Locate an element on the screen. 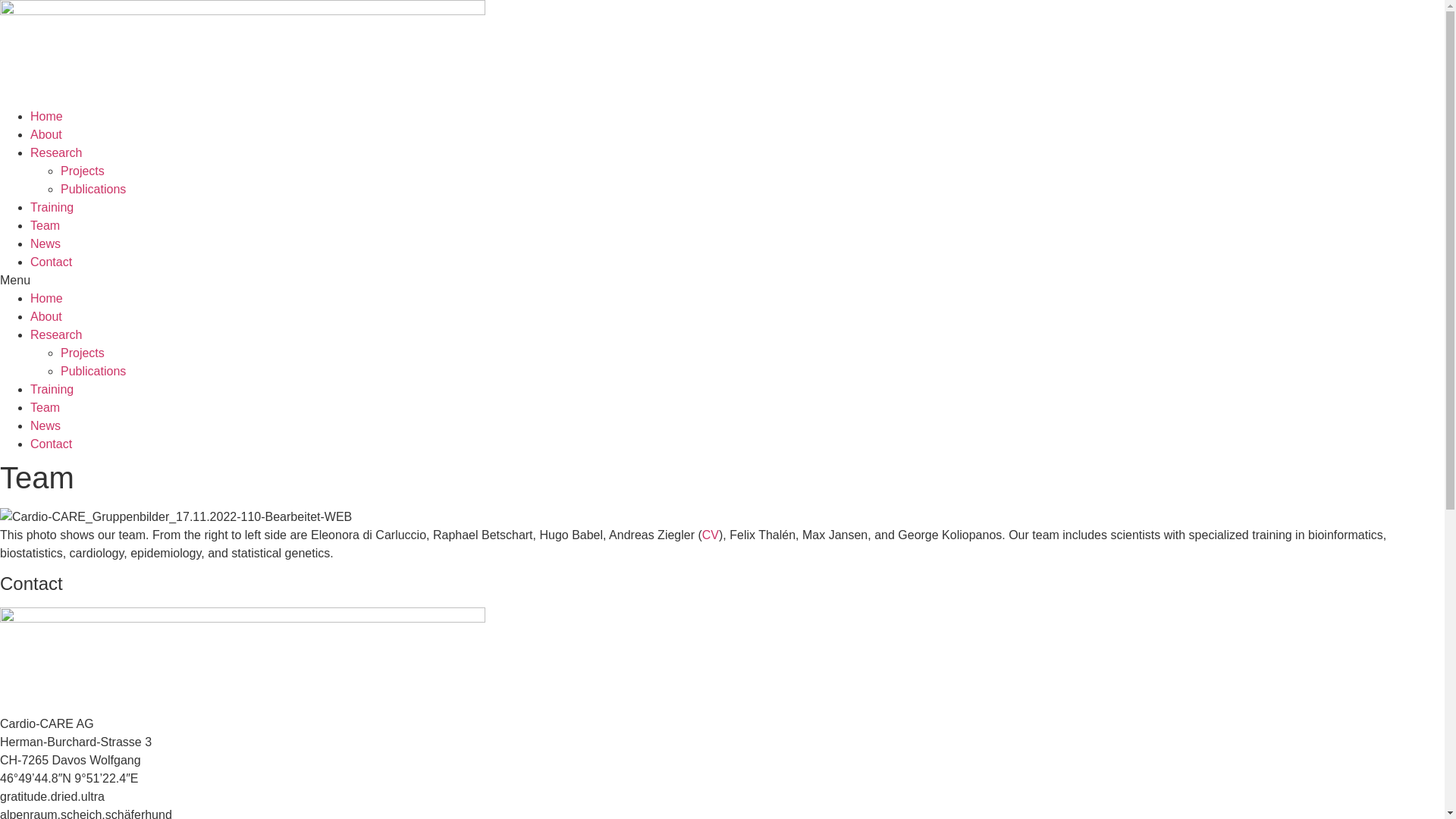 This screenshot has height=819, width=1456. 'Training' is located at coordinates (52, 388).